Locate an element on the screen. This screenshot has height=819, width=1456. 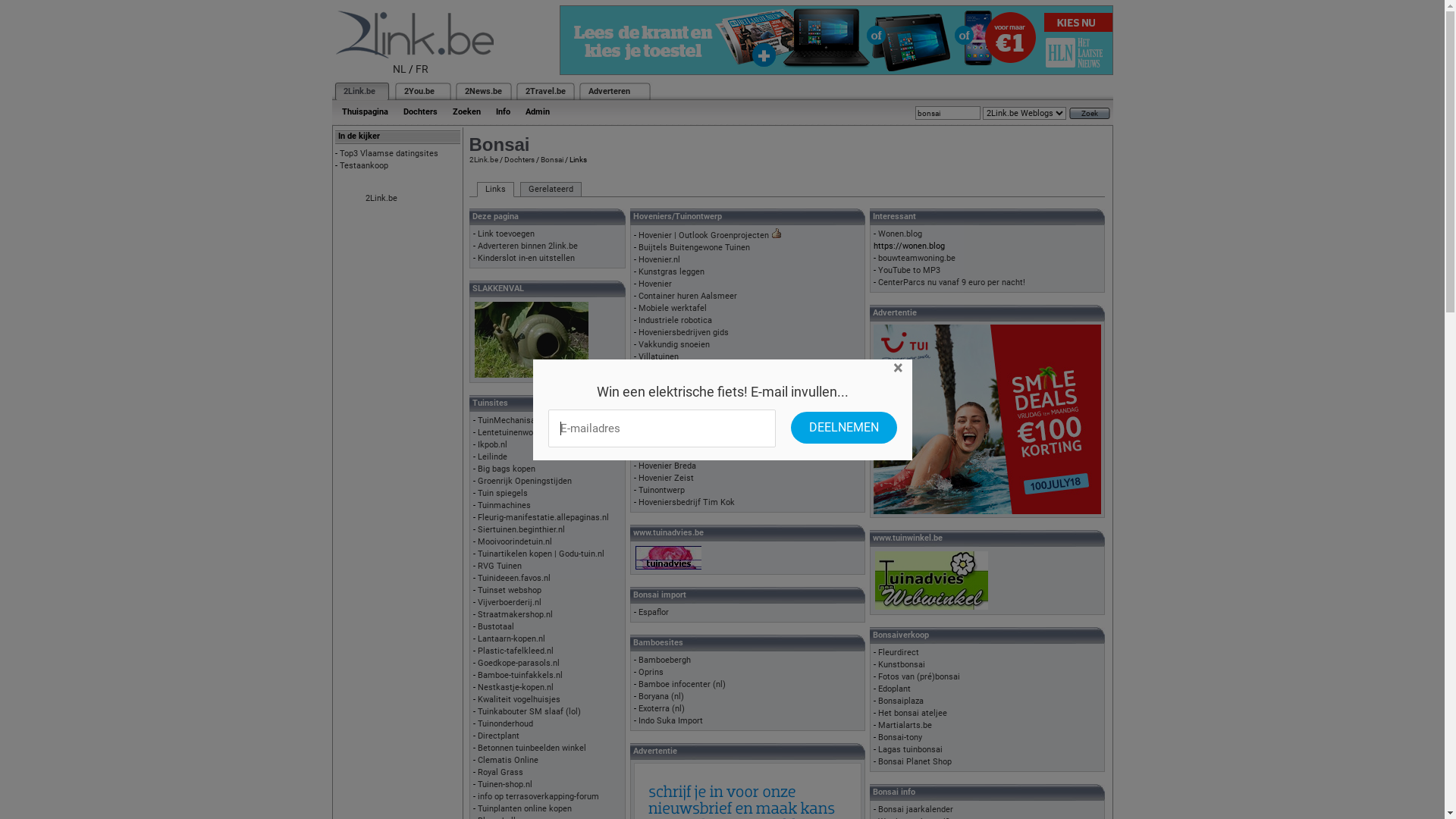
'Big bags kopen' is located at coordinates (506, 468).